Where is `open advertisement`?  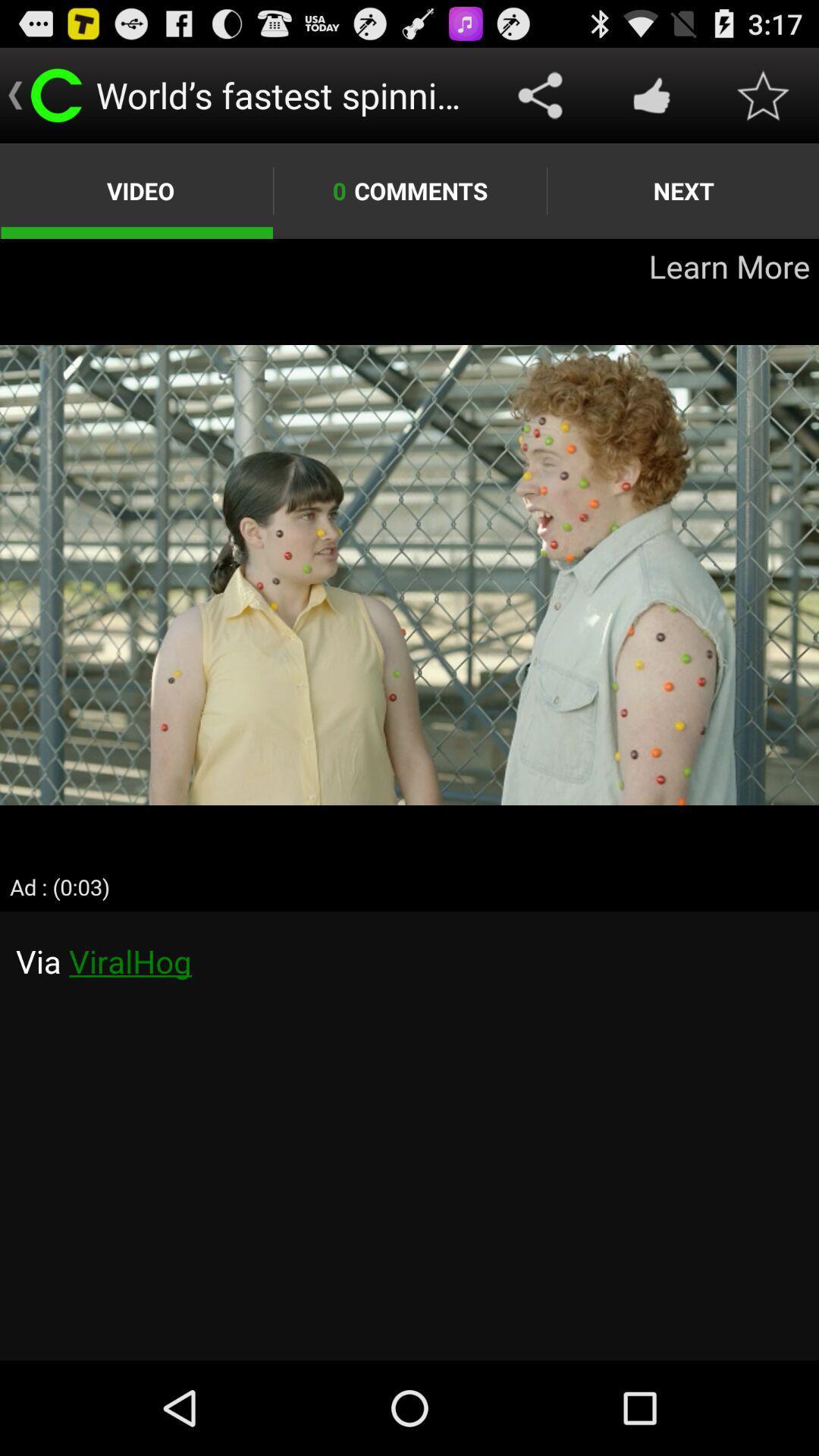 open advertisement is located at coordinates (409, 574).